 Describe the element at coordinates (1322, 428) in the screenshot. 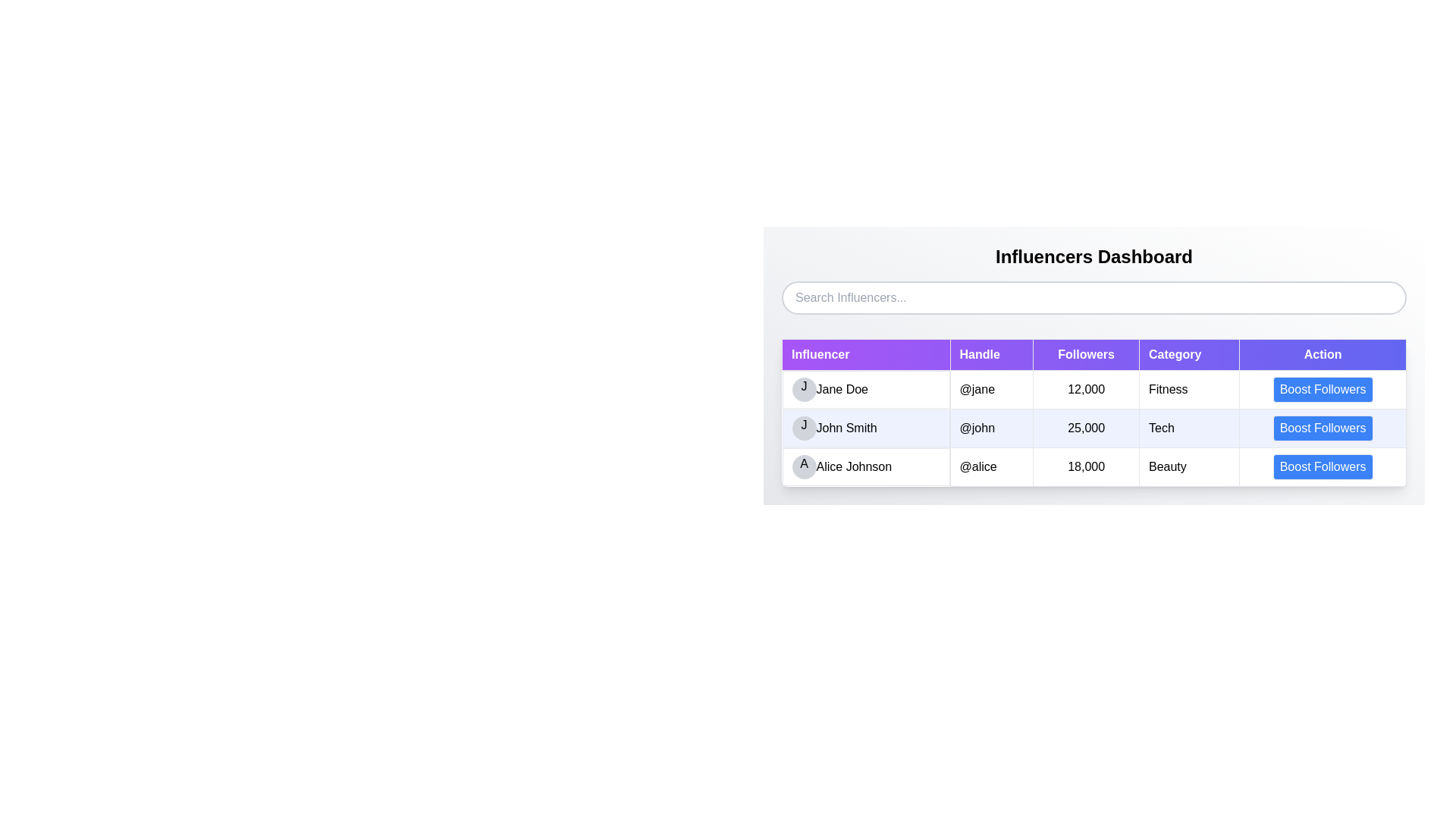

I see `the 'Boost Followers' button, which is a rectangular button with a blue background and white text, located in the rightmost column of the second row of the table layout` at that location.